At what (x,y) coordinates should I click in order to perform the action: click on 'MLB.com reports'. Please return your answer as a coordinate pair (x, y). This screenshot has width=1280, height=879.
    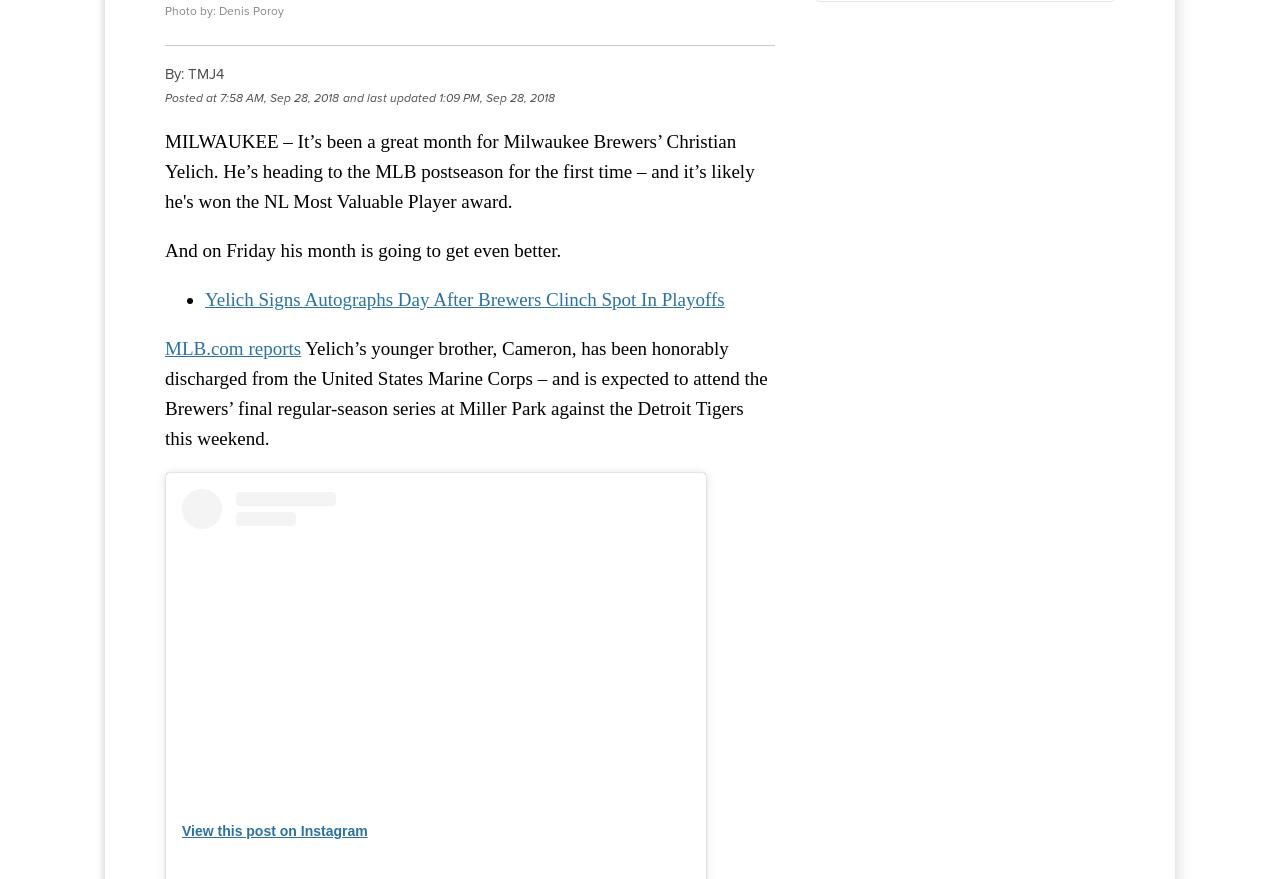
    Looking at the image, I should click on (232, 347).